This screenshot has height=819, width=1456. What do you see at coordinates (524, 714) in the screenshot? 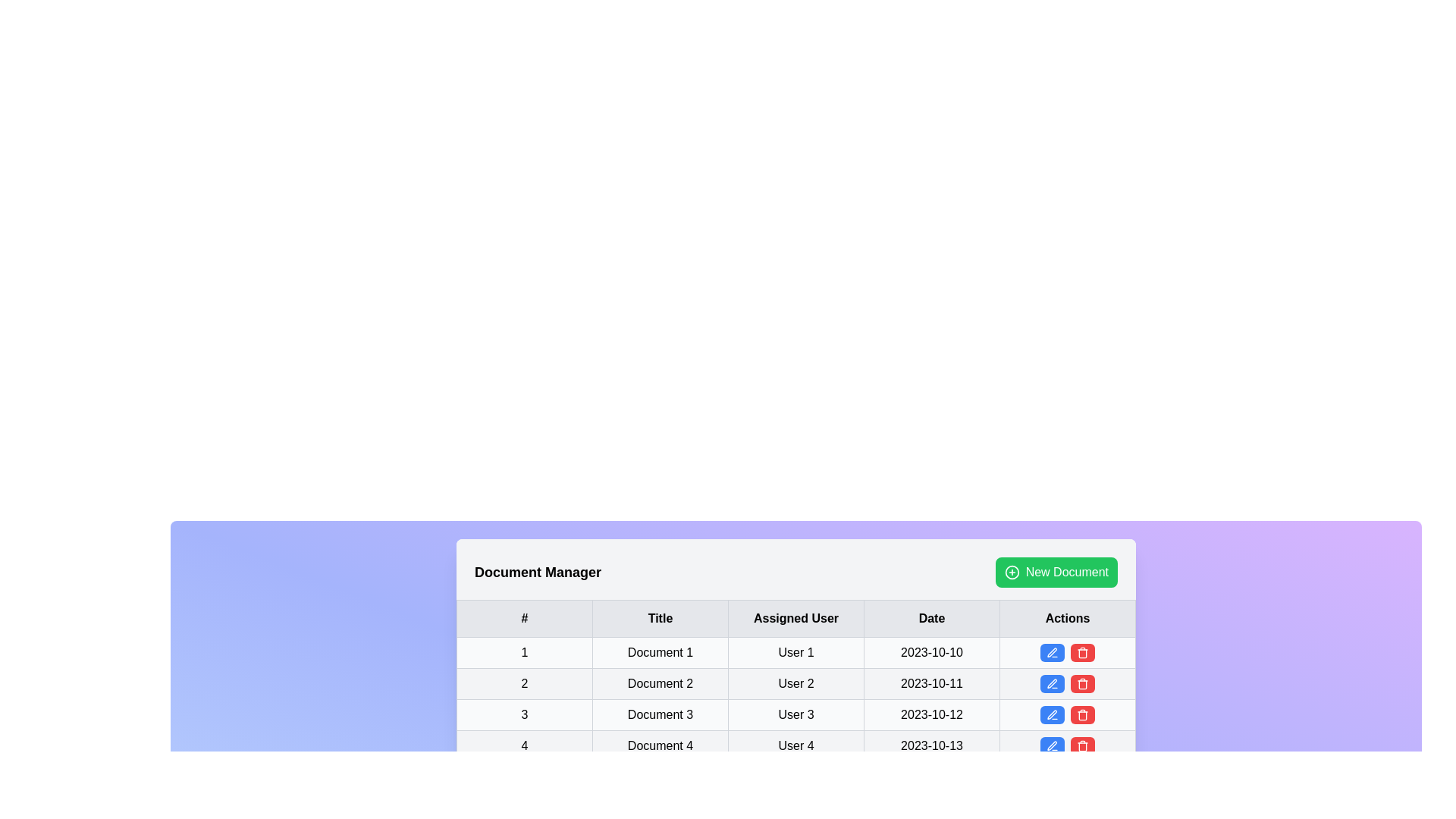
I see `on the table cell in the third row under the '#' column, which identifies 'Document 3' in the 'Document Manager' section` at bounding box center [524, 714].